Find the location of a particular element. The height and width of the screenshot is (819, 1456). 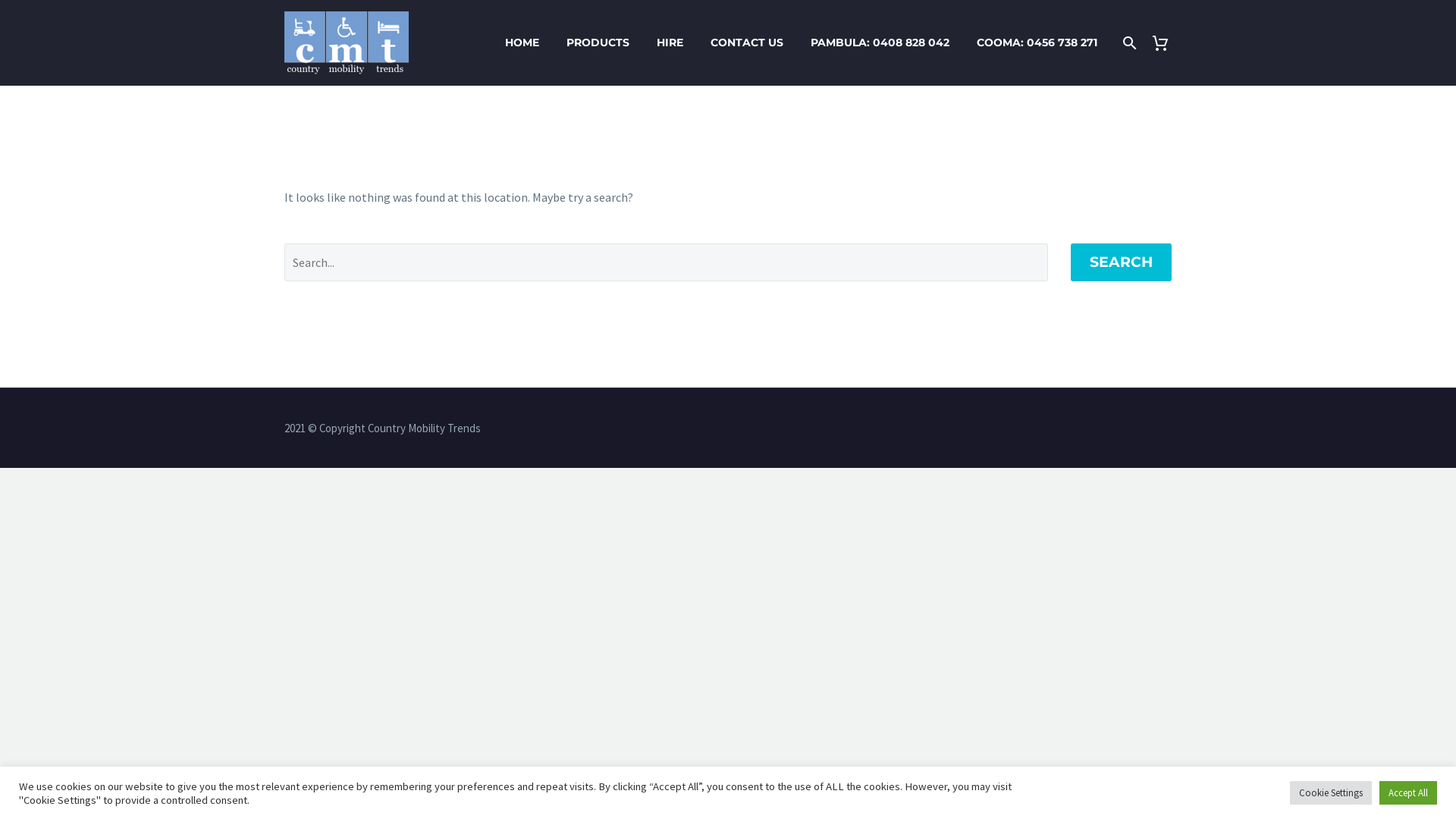

'PAMBULA: 0408 828 042' is located at coordinates (799, 42).